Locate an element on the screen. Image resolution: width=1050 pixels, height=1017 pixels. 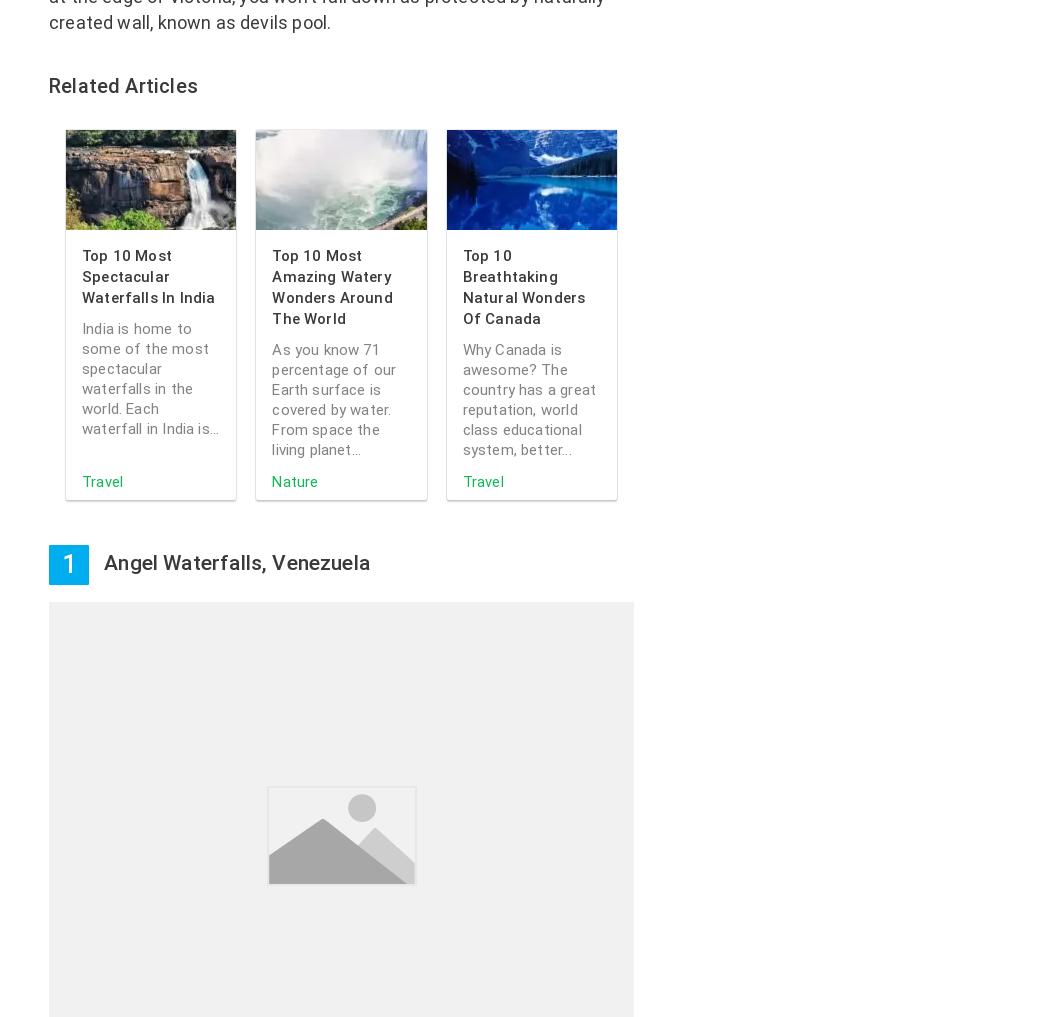
'As you know 71 percentage of our Earth surface is covered by water. From space the living planet...' is located at coordinates (334, 399).